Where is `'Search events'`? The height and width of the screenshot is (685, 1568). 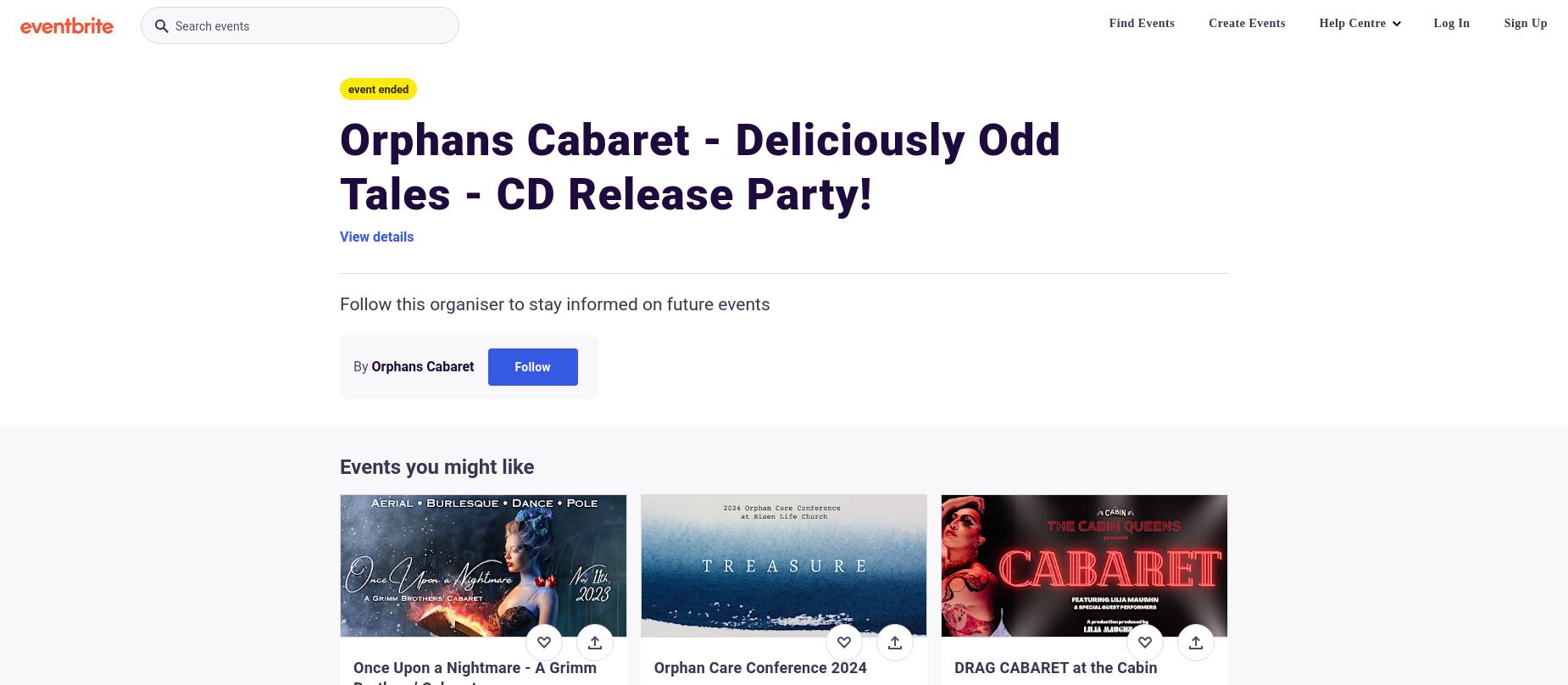
'Search events' is located at coordinates (211, 26).